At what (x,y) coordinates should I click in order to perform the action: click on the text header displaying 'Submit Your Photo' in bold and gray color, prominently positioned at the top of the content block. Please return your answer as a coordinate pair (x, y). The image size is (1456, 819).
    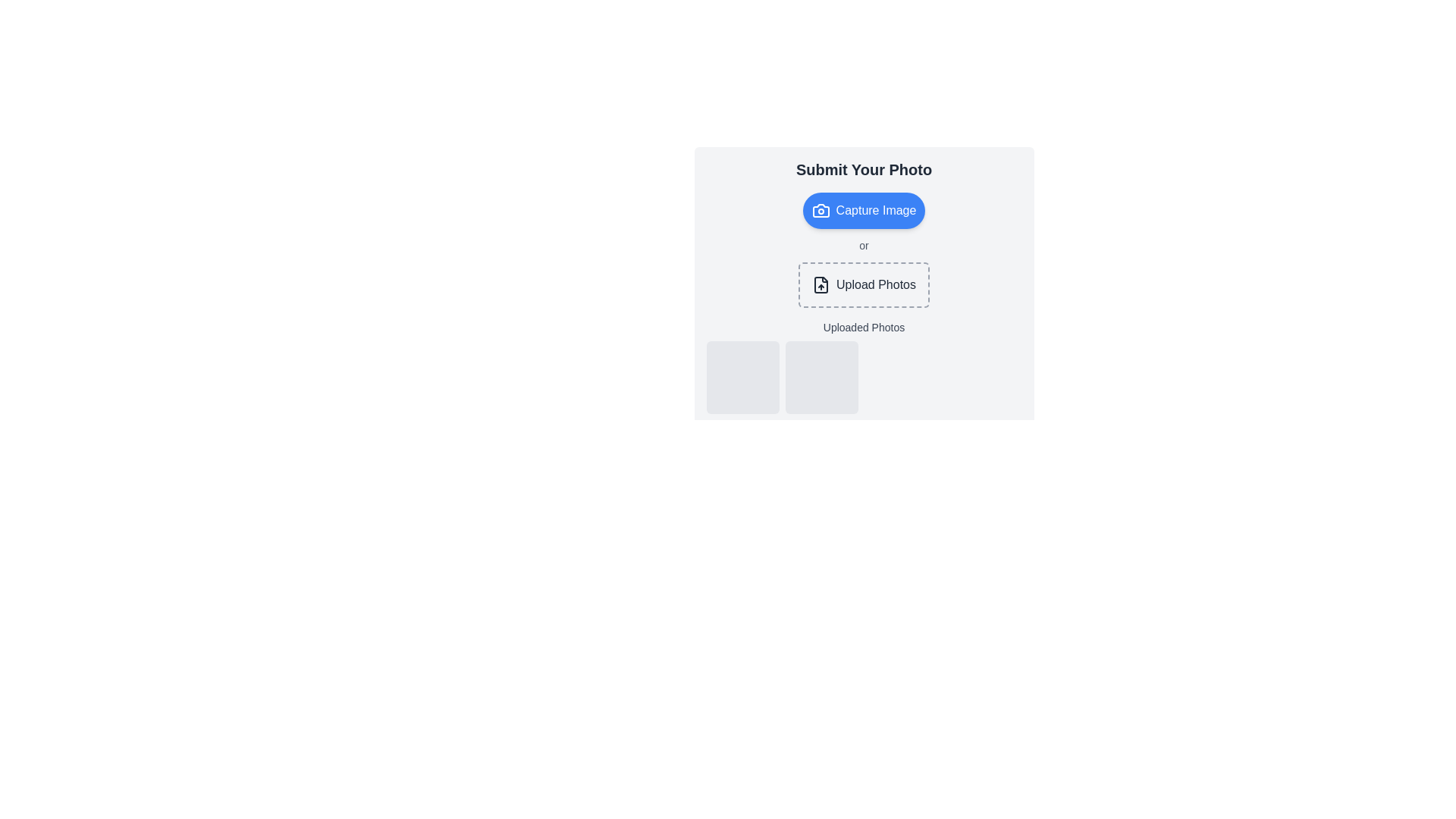
    Looking at the image, I should click on (864, 169).